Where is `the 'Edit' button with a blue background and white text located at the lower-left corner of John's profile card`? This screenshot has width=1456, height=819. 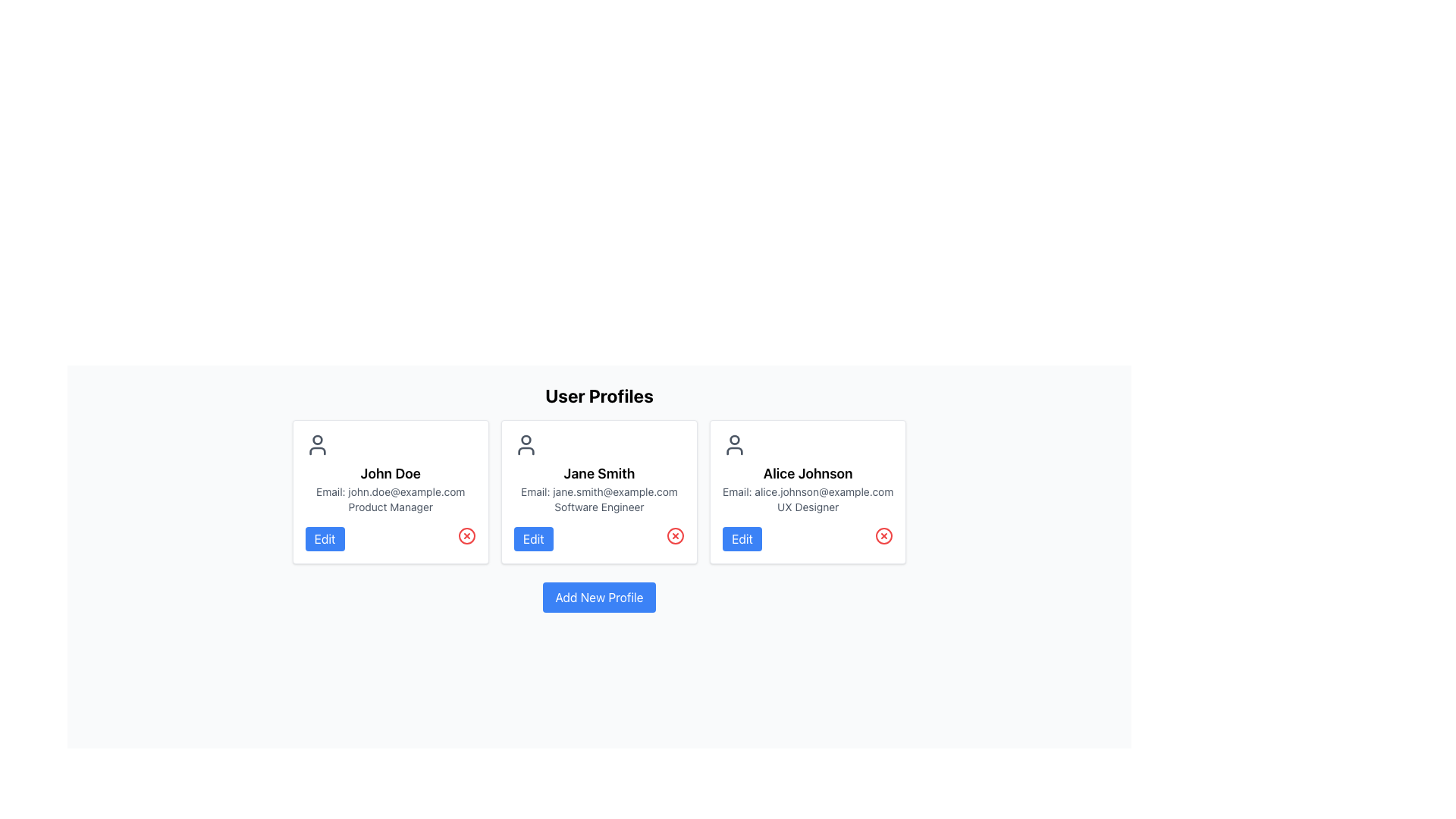
the 'Edit' button with a blue background and white text located at the lower-left corner of John's profile card is located at coordinates (324, 538).